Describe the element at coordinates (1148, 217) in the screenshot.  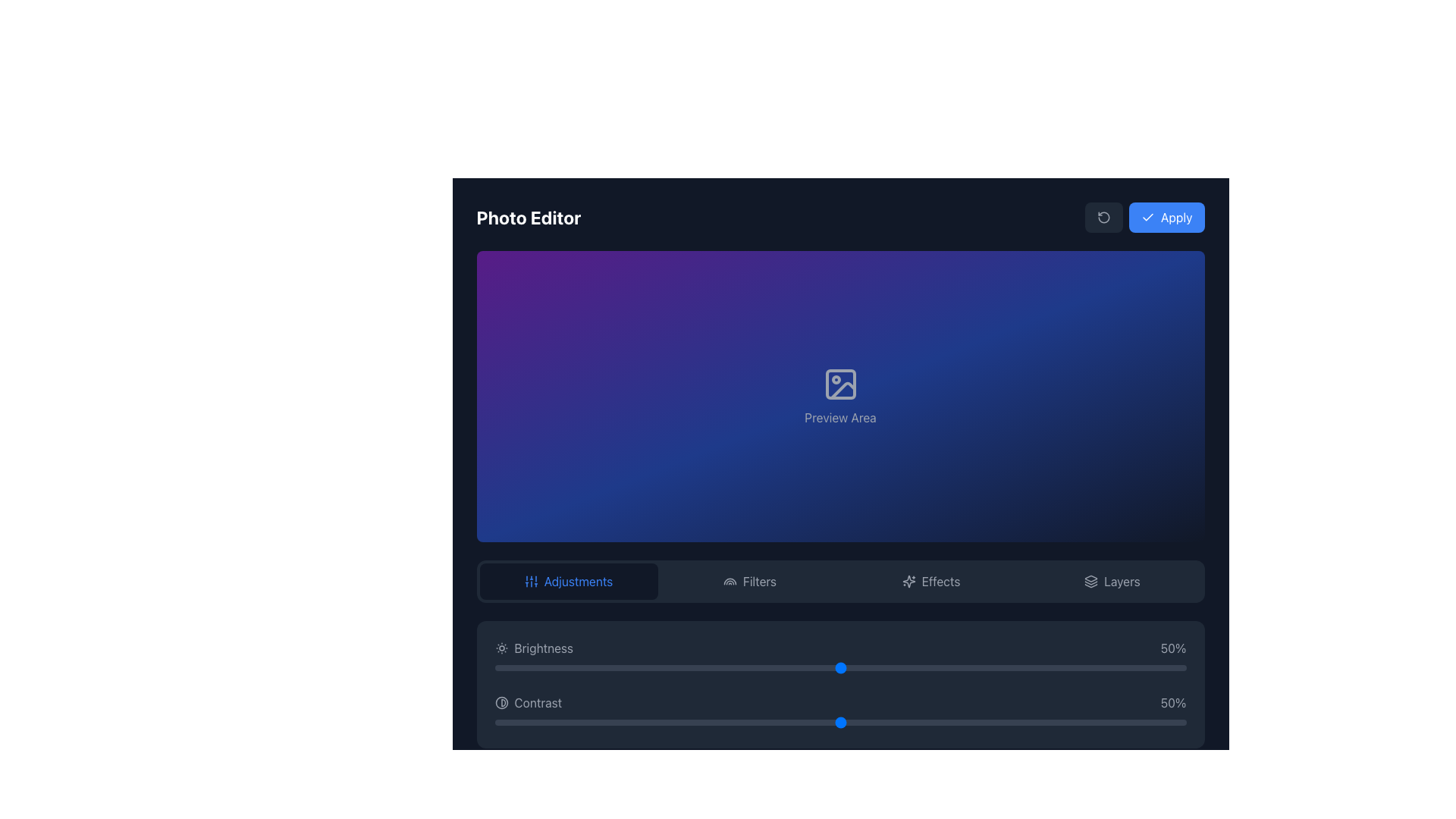
I see `the SVG checkmark icon inside the blue 'Apply' button located at the top-right corner of the interface` at that location.